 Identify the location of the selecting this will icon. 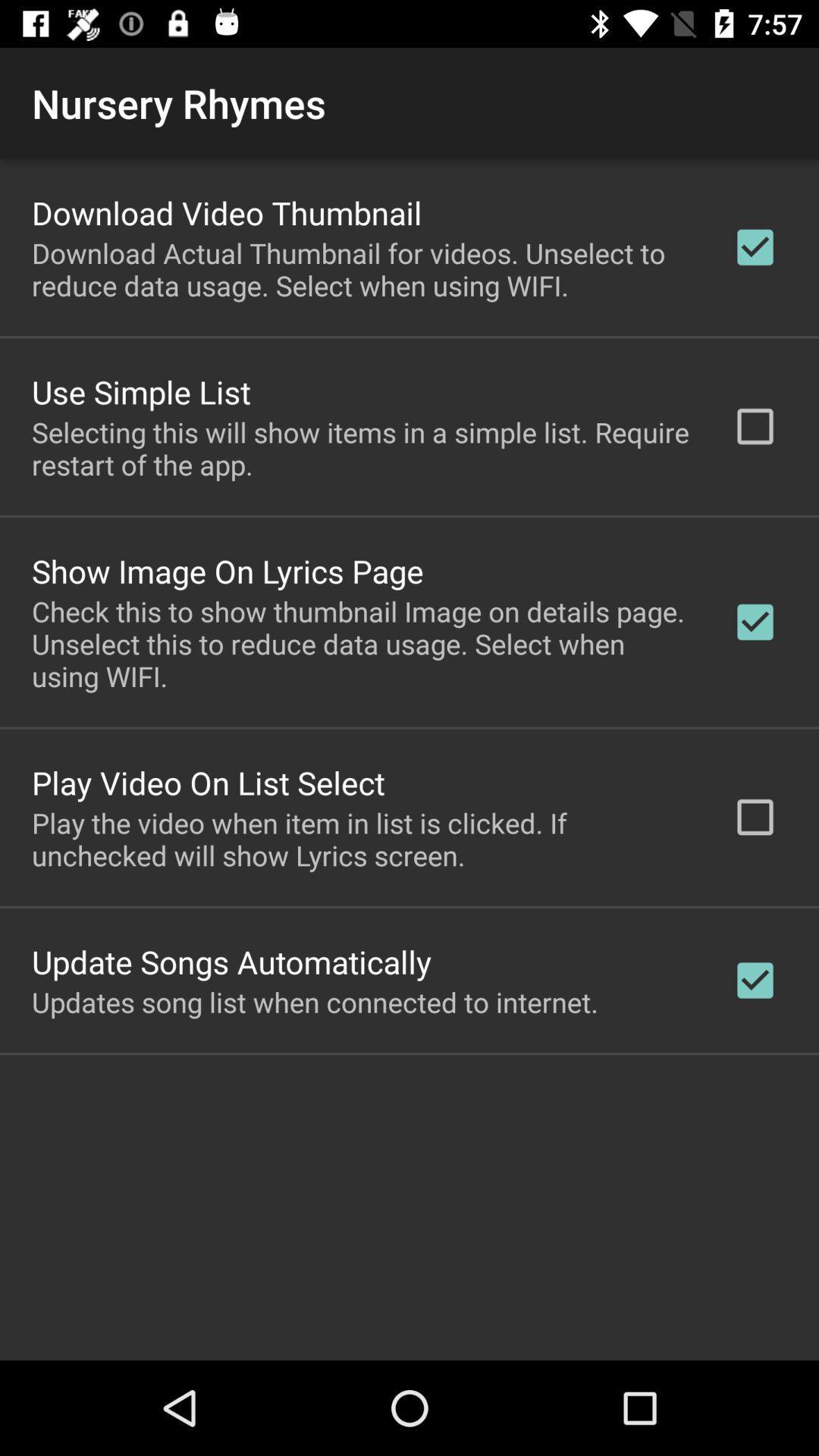
(362, 447).